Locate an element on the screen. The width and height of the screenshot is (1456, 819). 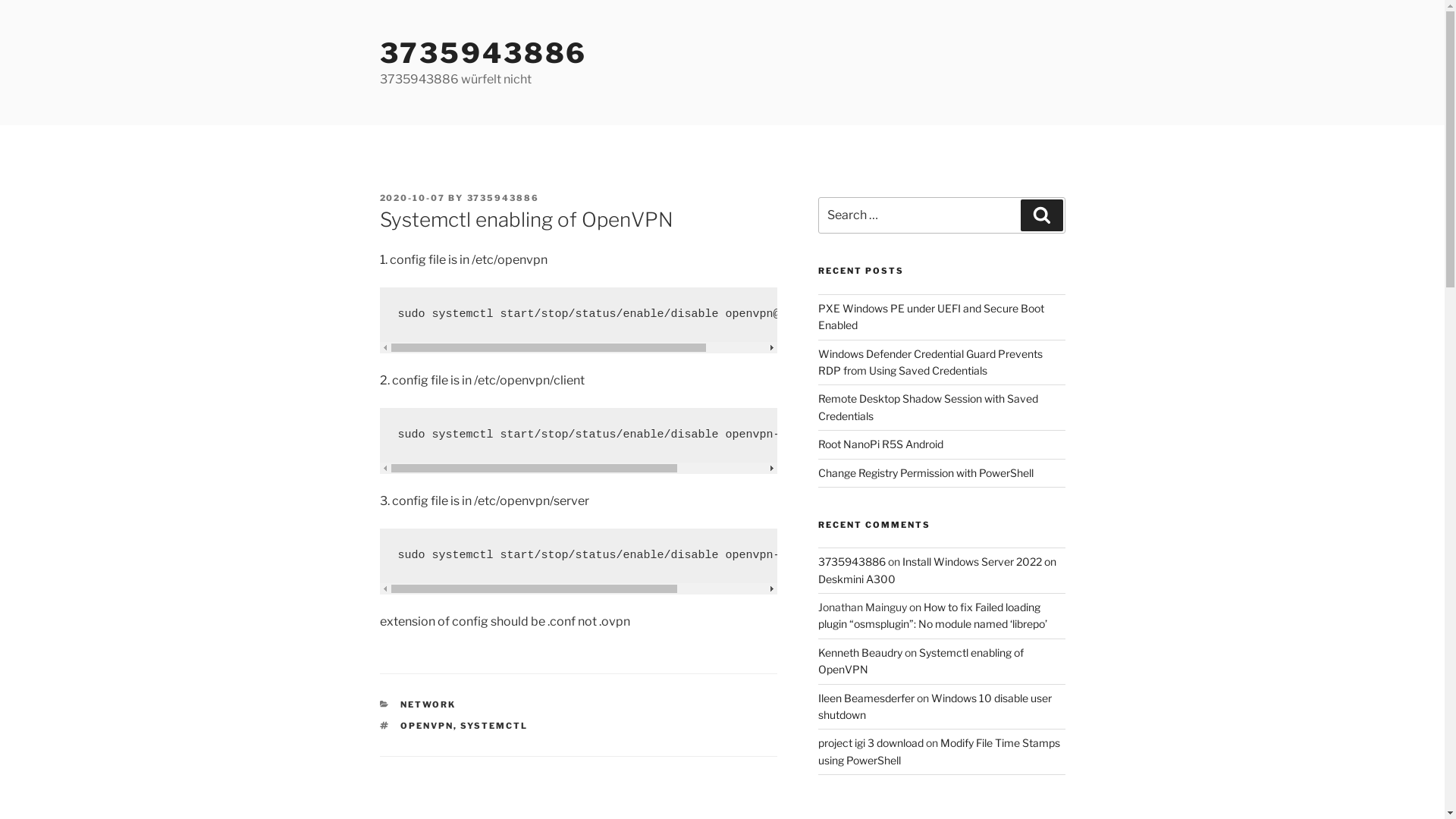
'Ileen Beamesderfer' is located at coordinates (866, 698).